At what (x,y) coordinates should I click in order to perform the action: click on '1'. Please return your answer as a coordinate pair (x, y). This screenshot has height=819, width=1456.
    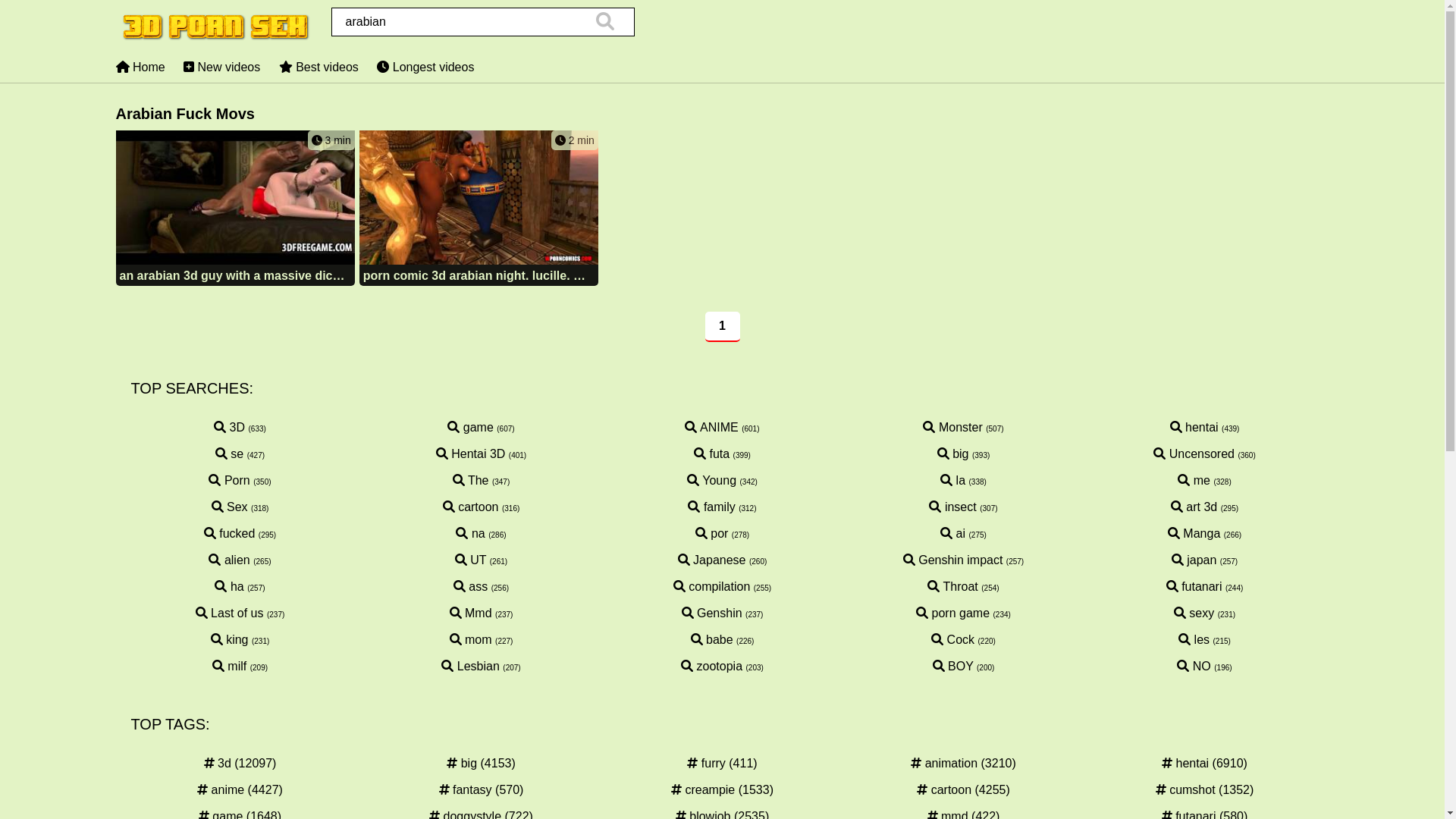
    Looking at the image, I should click on (722, 326).